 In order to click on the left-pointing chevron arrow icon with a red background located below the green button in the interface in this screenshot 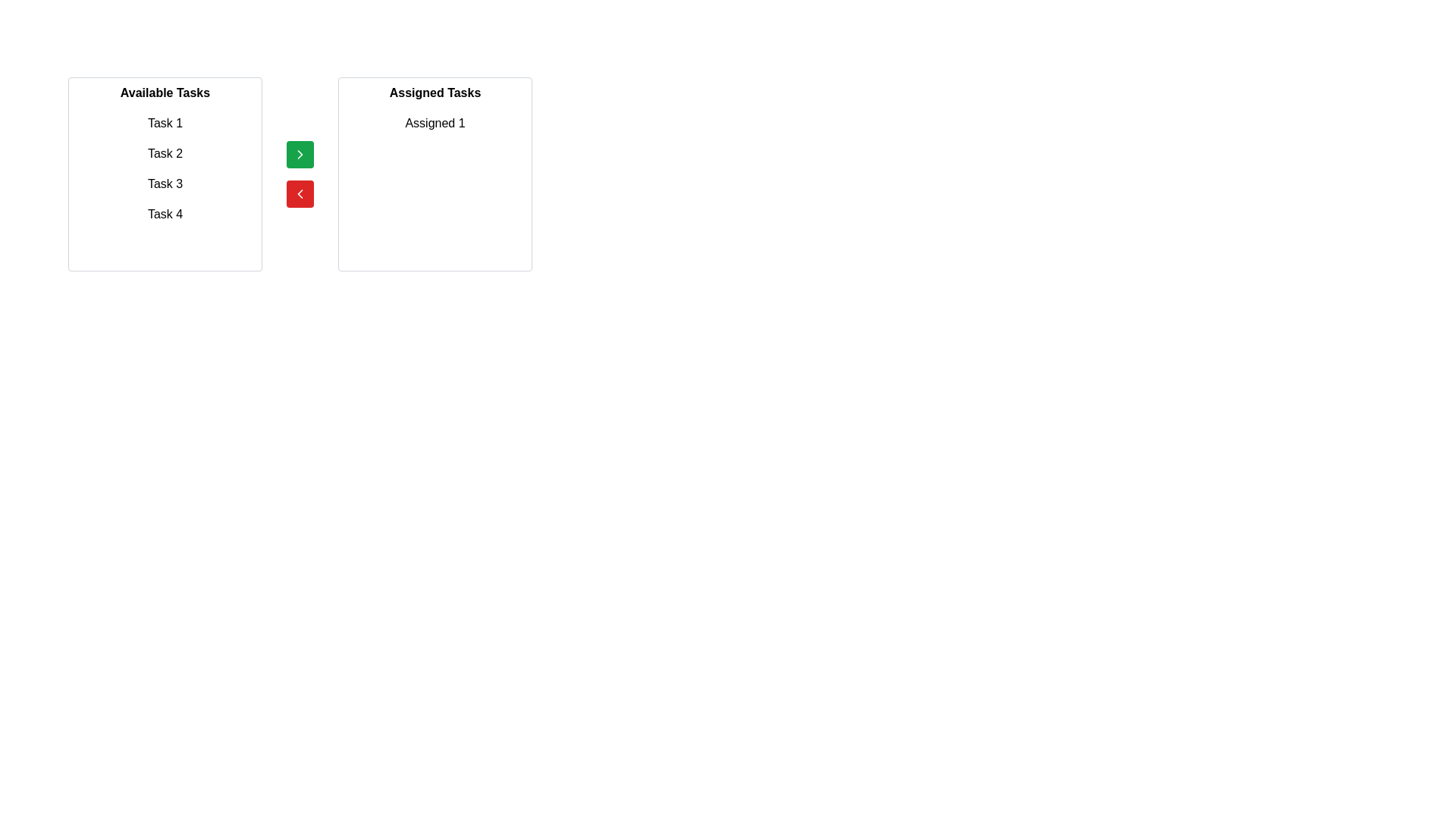, I will do `click(300, 193)`.